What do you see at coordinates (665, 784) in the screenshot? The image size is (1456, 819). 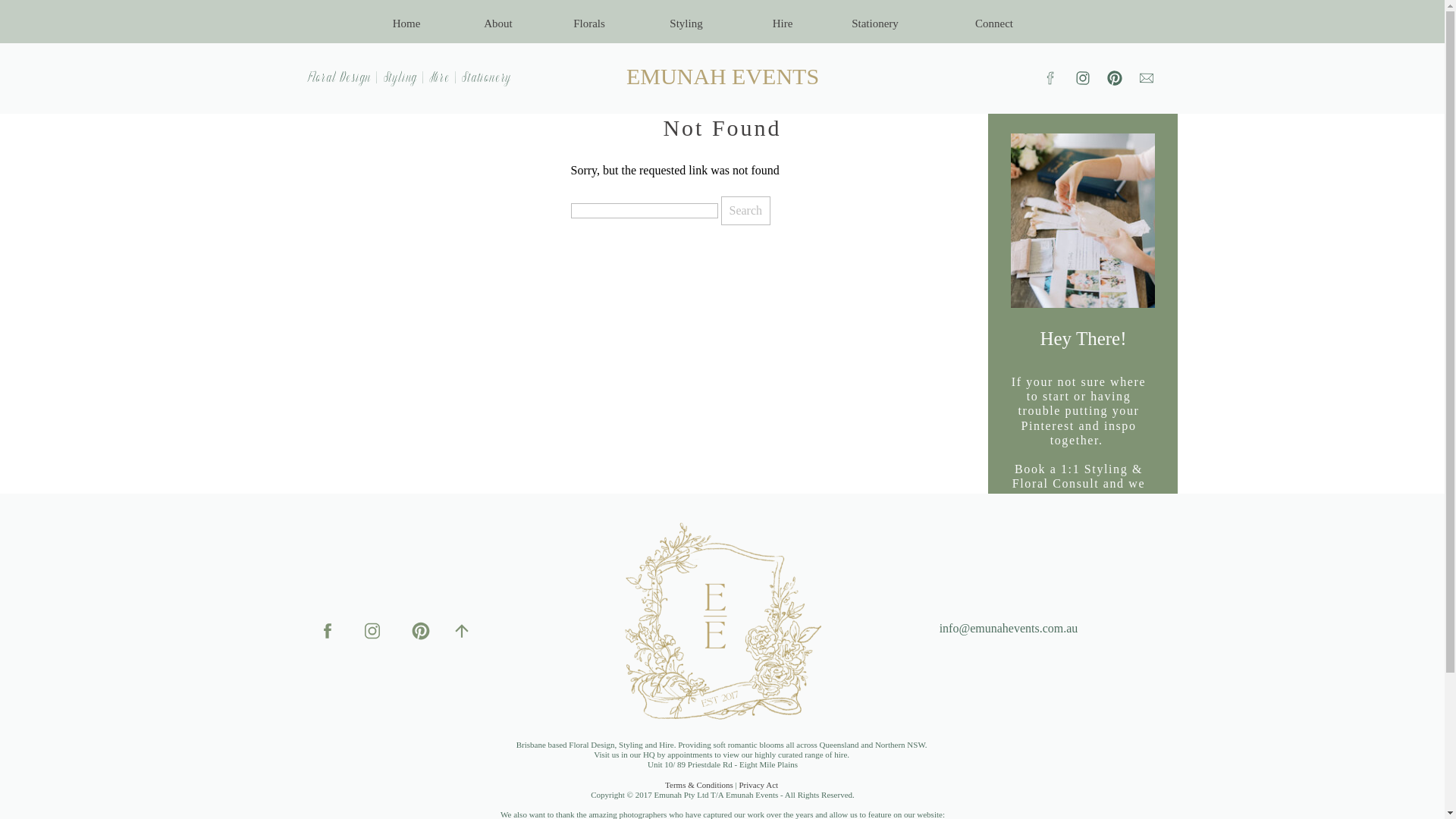 I see `'Terms & Conditions'` at bounding box center [665, 784].